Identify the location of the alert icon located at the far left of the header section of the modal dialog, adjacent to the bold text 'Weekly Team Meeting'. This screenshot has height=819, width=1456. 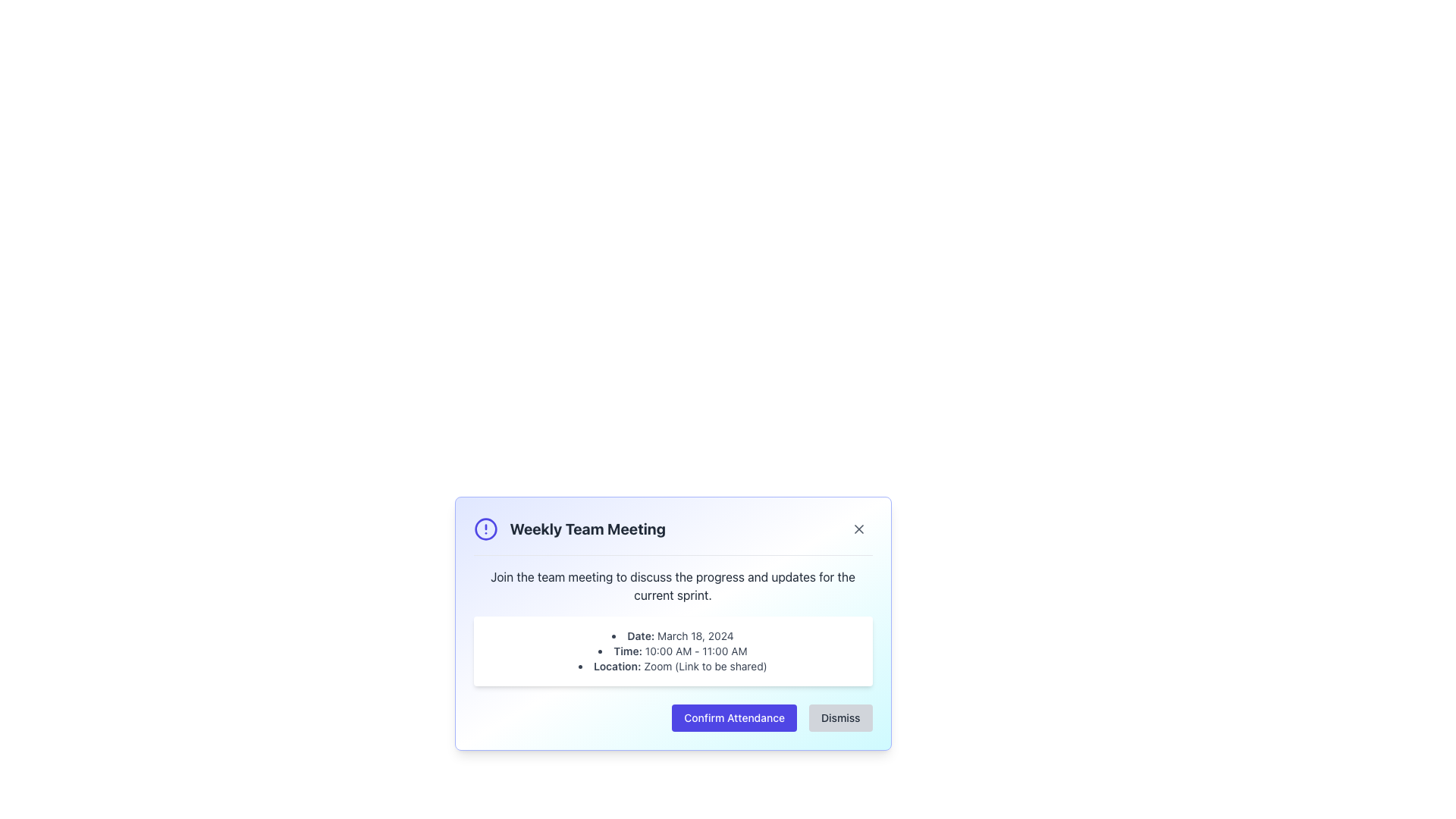
(485, 529).